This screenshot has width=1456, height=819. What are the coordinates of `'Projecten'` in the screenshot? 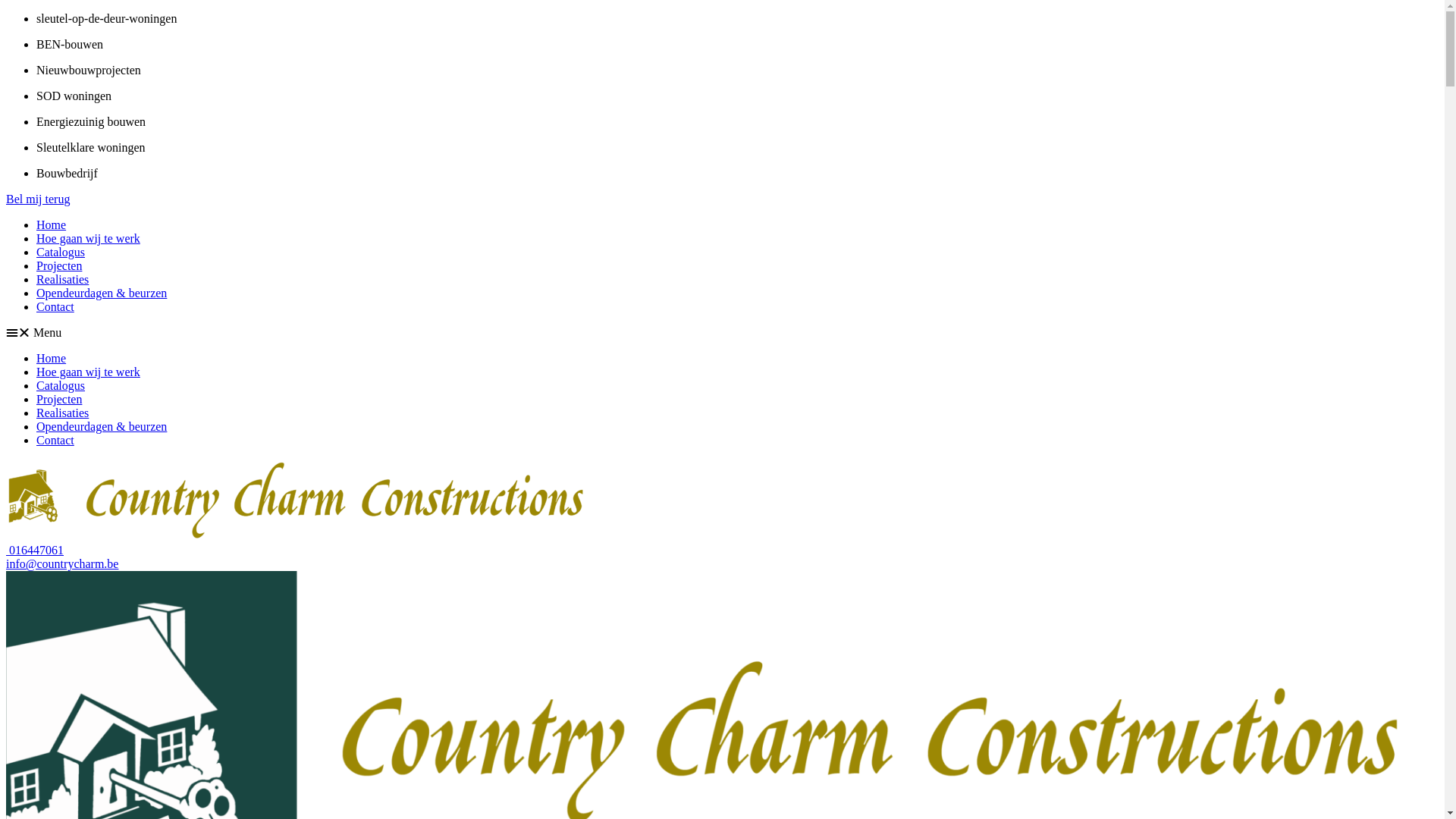 It's located at (58, 398).